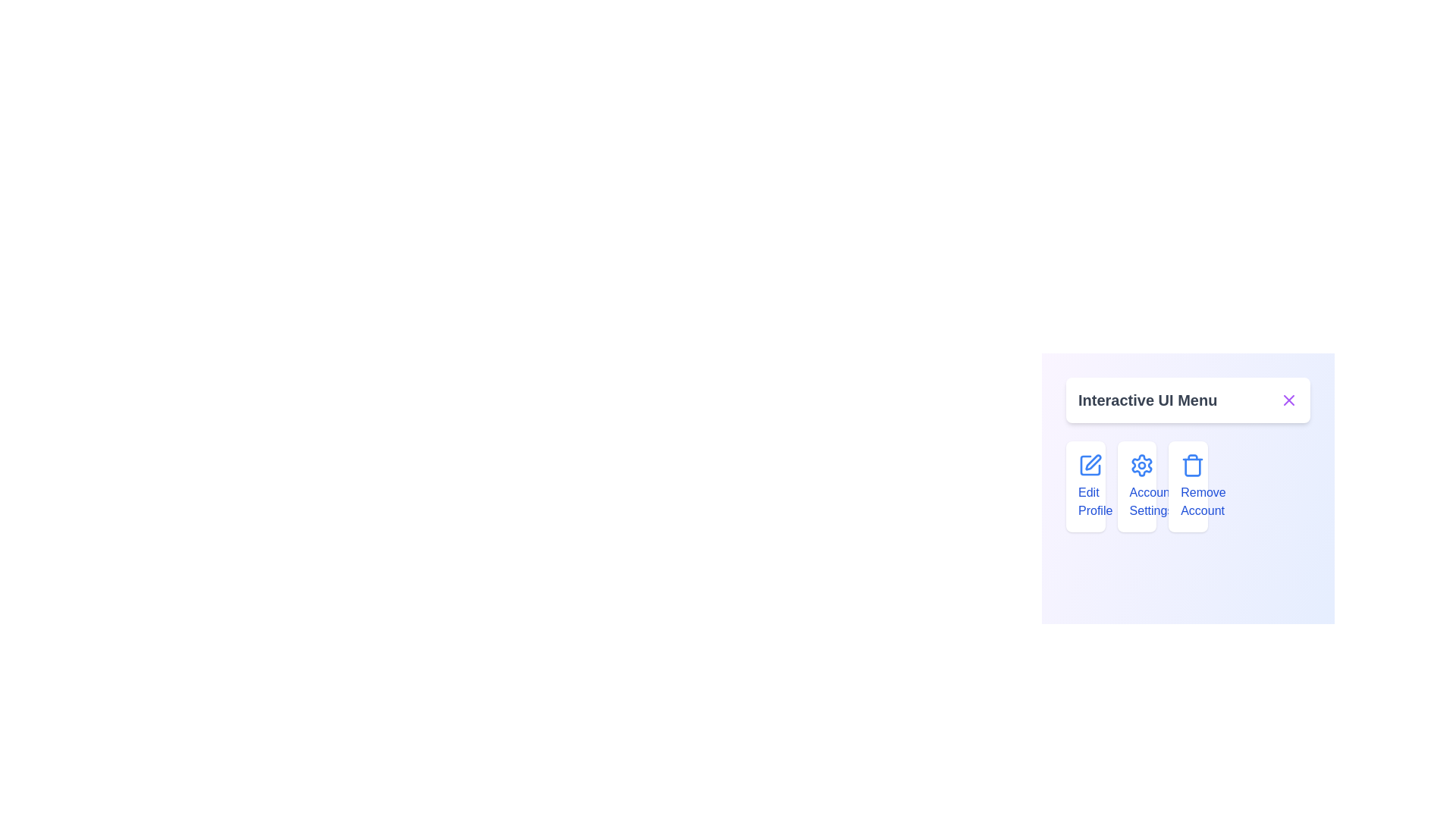 The height and width of the screenshot is (819, 1456). I want to click on the menu item labeled Remove Account to observe its hover effect, so click(1187, 486).